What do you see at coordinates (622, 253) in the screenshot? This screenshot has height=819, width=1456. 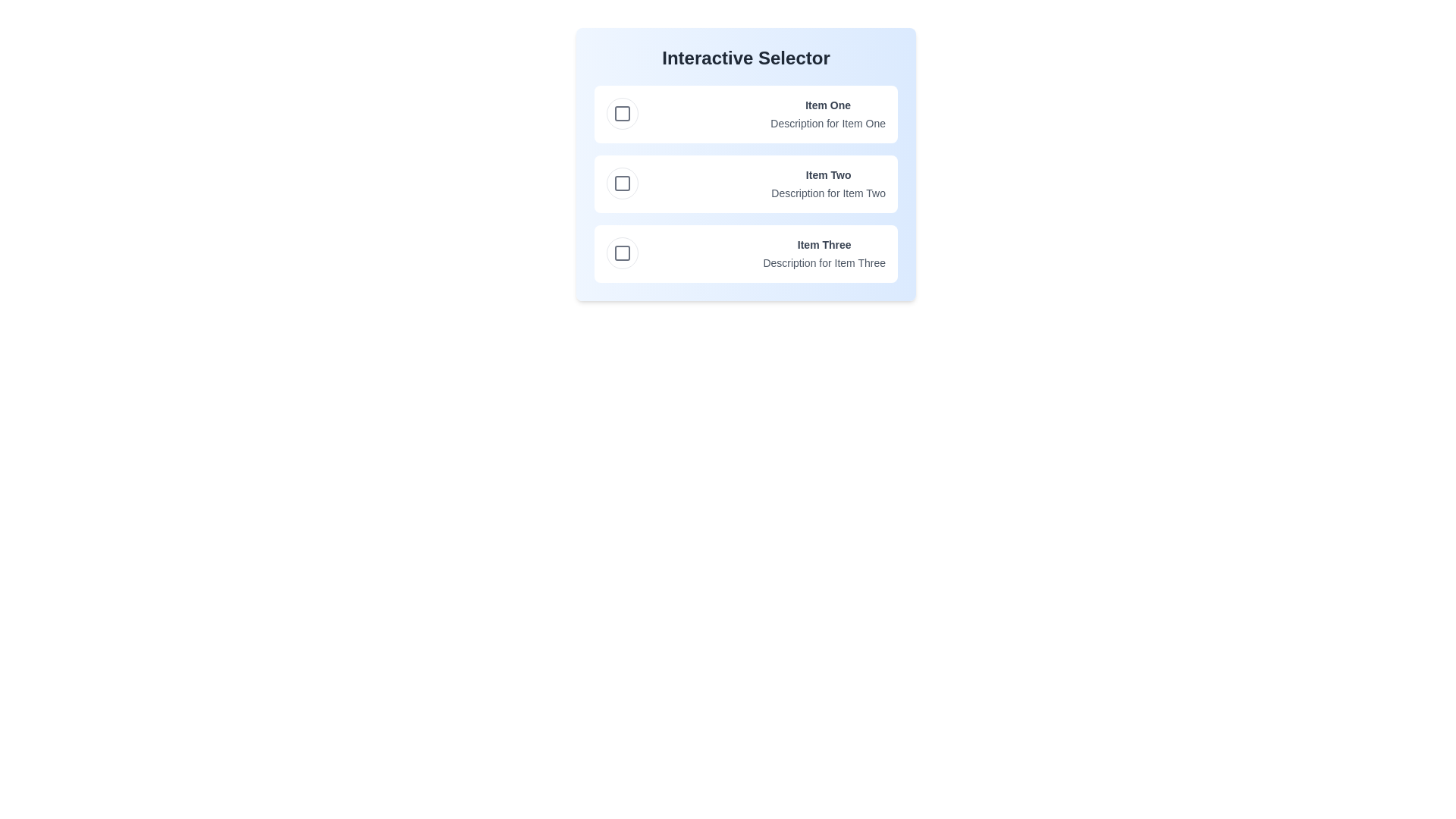 I see `the circular button with a bordered perimeter and a square gray icon inside, located to the left of the 'Item Three' text` at bounding box center [622, 253].